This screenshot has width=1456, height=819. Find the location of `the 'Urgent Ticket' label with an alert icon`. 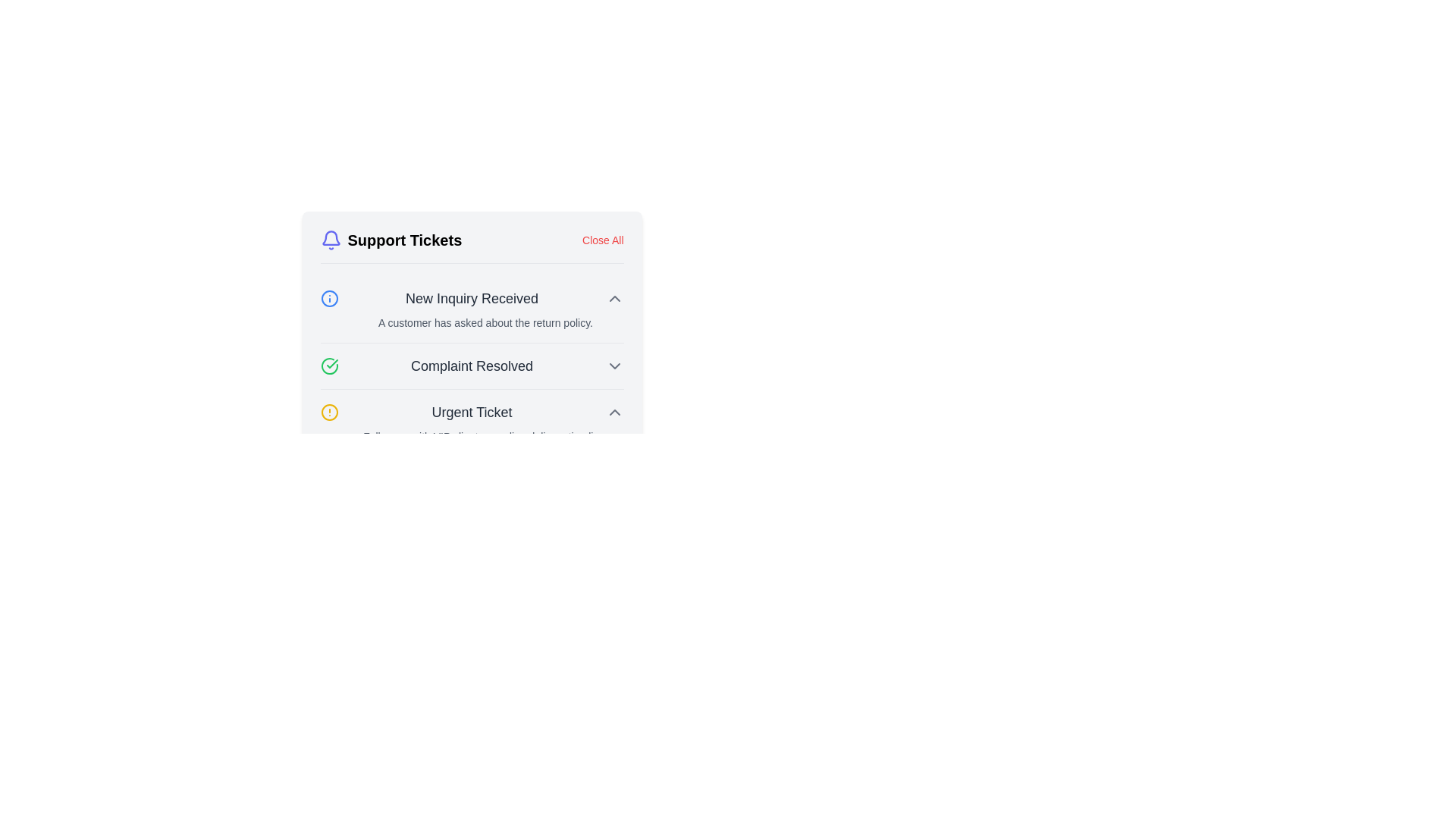

the 'Urgent Ticket' label with an alert icon is located at coordinates (471, 412).